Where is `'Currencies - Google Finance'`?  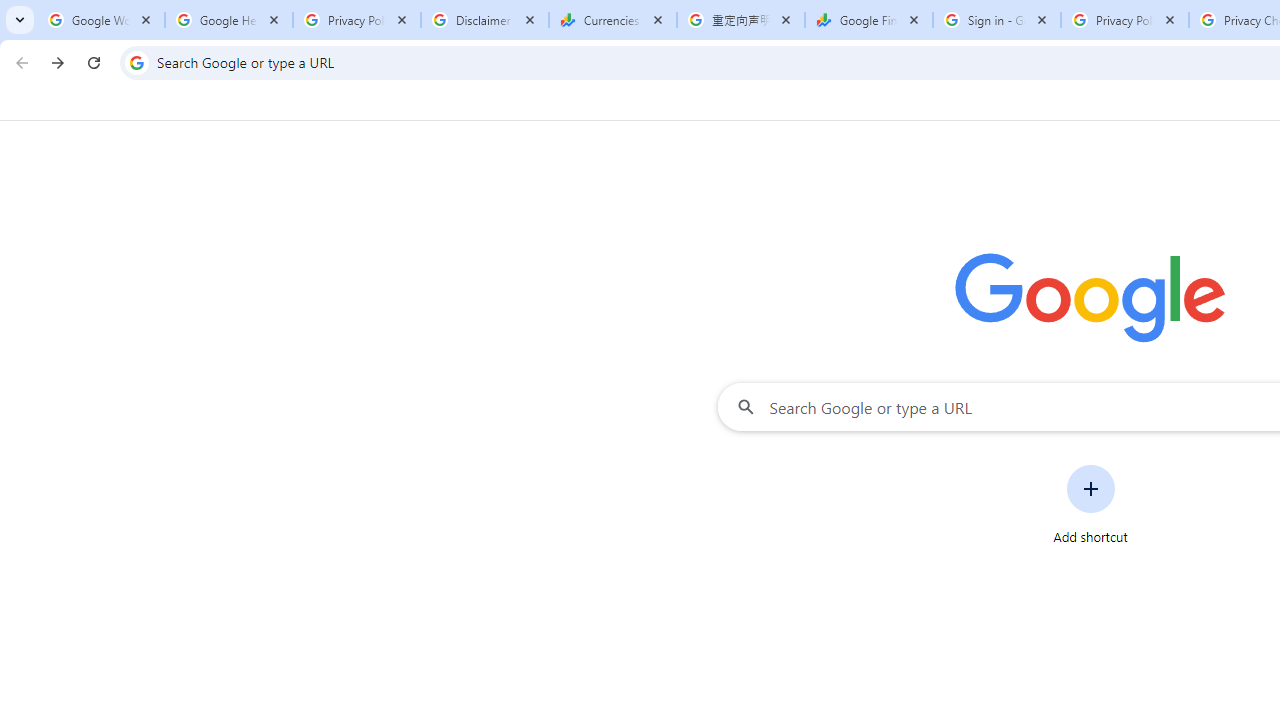 'Currencies - Google Finance' is located at coordinates (612, 20).